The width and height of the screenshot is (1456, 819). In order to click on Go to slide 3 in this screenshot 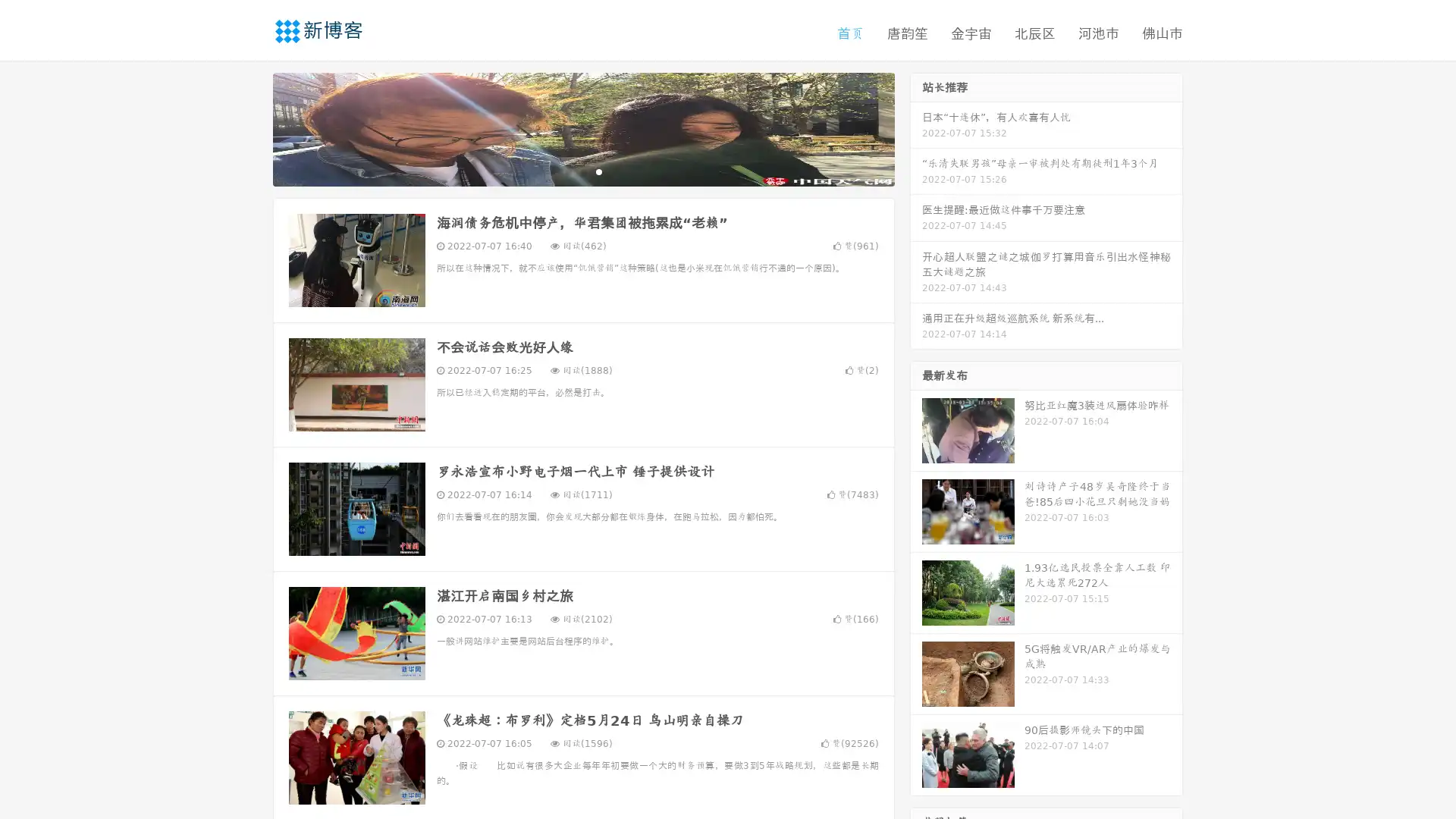, I will do `click(598, 171)`.